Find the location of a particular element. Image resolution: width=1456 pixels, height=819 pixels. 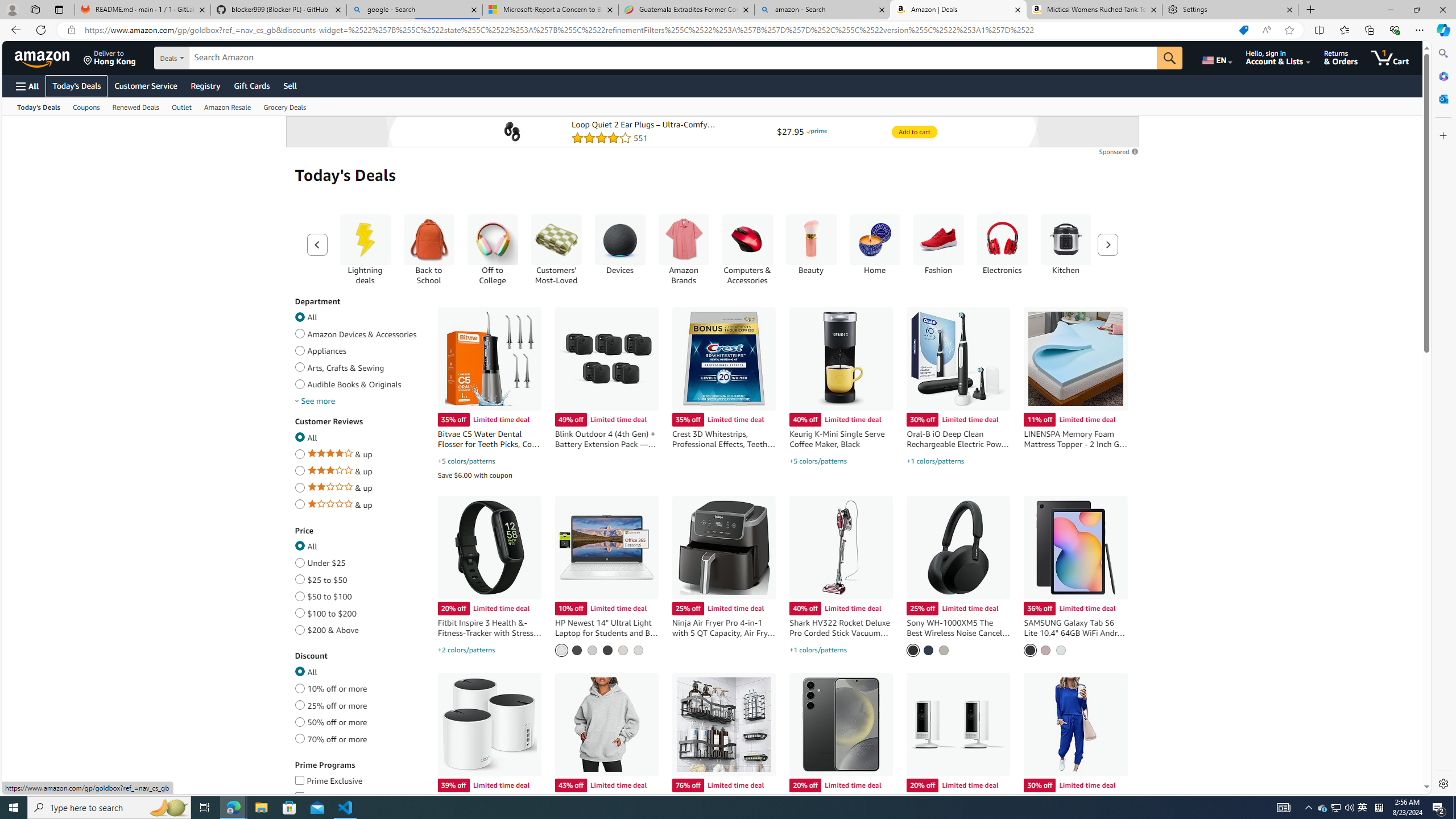

'1 item in cart' is located at coordinates (1389, 57).